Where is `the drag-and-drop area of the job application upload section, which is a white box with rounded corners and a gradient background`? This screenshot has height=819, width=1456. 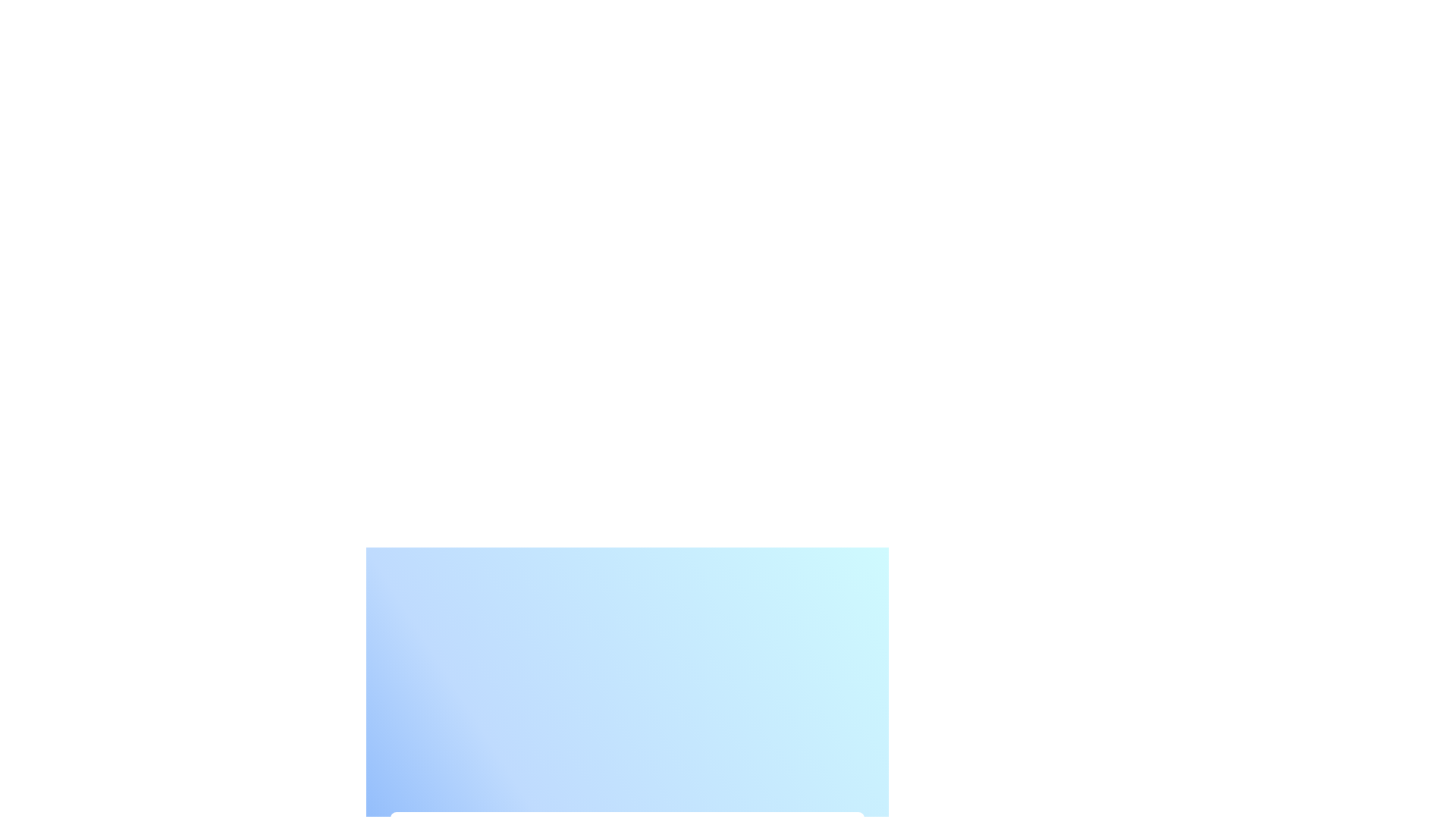 the drag-and-drop area of the job application upload section, which is a white box with rounded corners and a gradient background is located at coordinates (627, 672).